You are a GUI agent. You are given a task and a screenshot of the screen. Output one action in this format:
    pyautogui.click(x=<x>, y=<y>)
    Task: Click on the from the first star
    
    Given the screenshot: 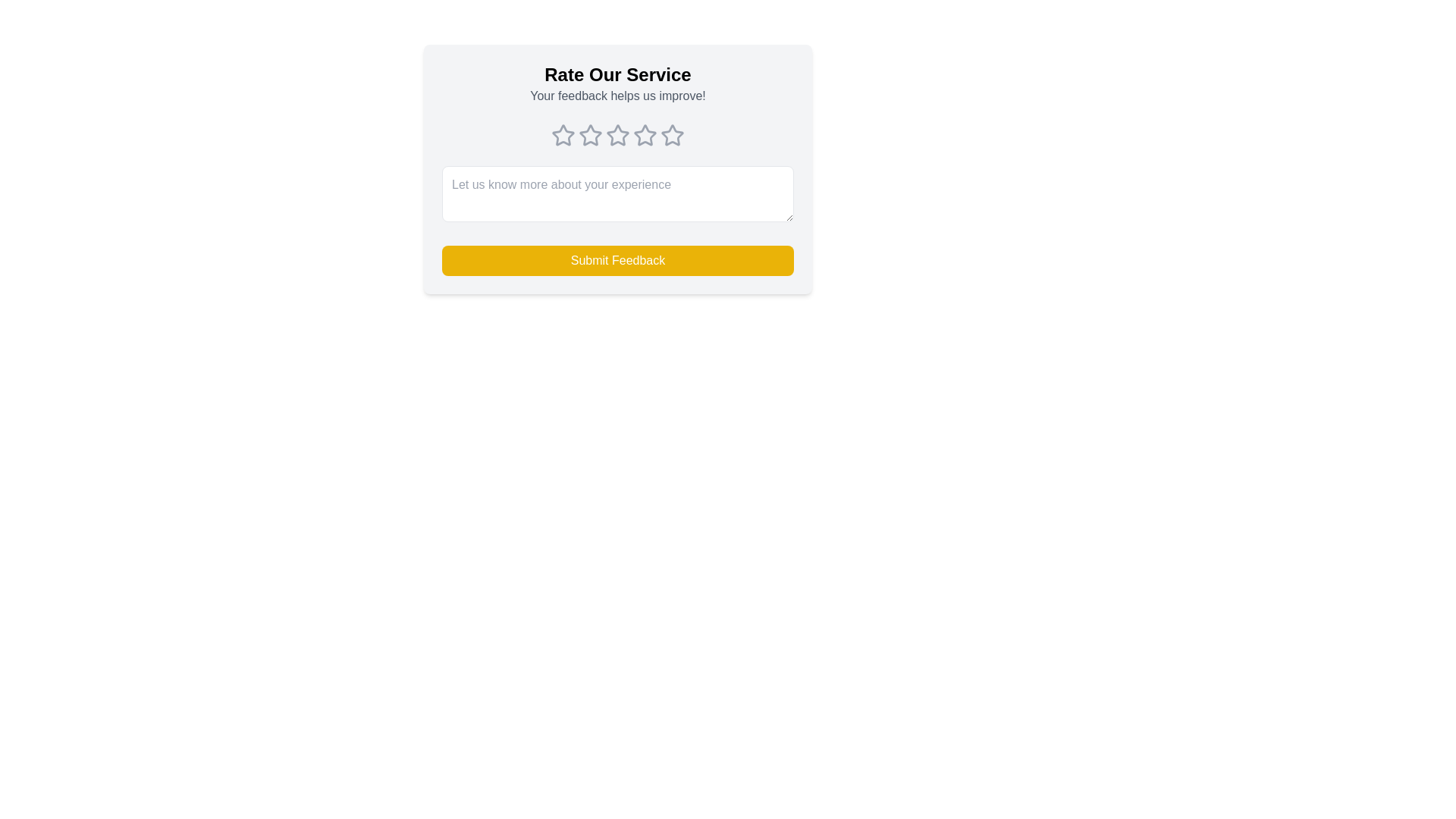 What is the action you would take?
    pyautogui.click(x=563, y=134)
    